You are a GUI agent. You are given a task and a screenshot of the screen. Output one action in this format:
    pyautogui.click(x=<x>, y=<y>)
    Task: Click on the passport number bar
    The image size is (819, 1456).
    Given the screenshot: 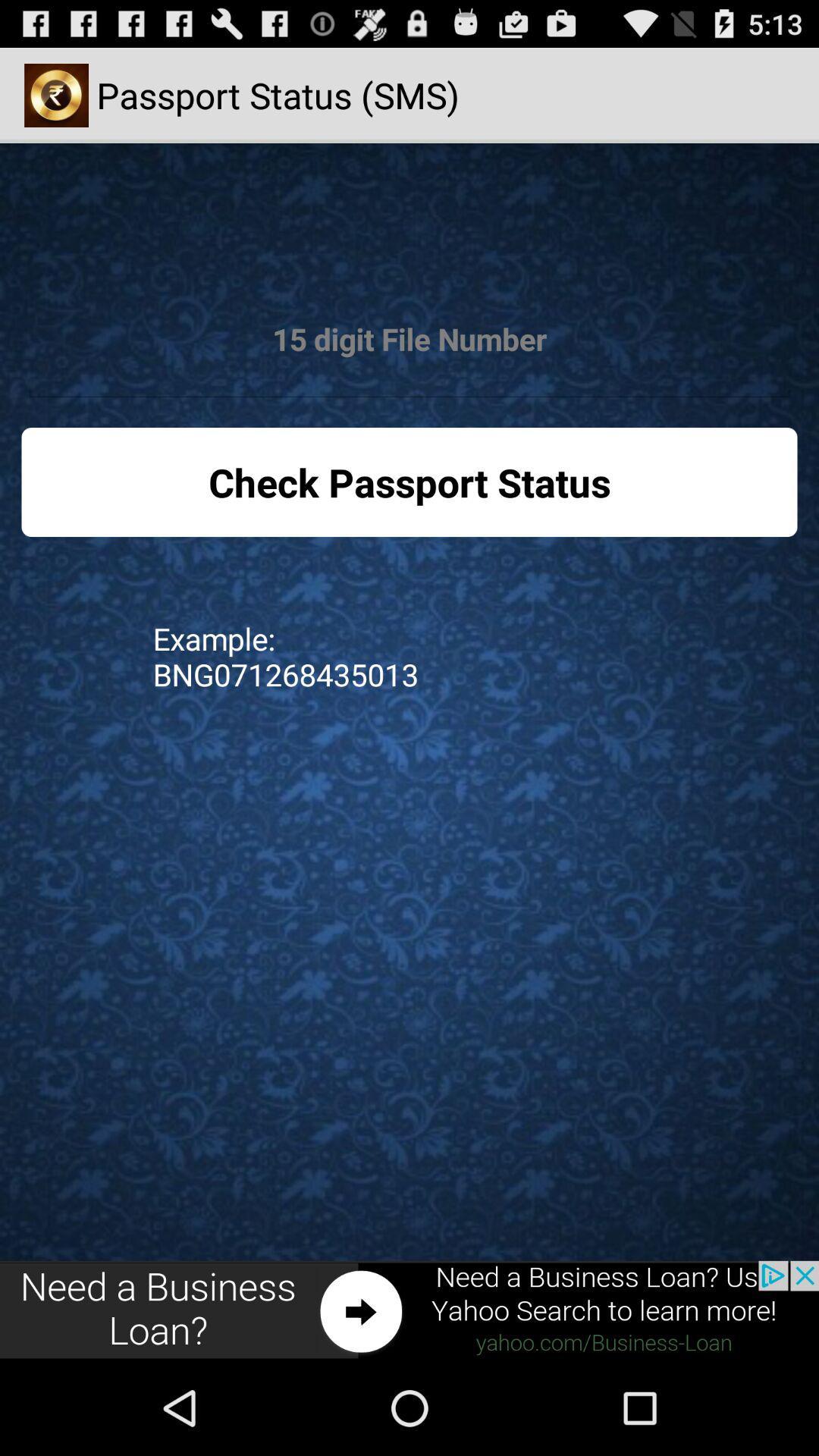 What is the action you would take?
    pyautogui.click(x=409, y=339)
    